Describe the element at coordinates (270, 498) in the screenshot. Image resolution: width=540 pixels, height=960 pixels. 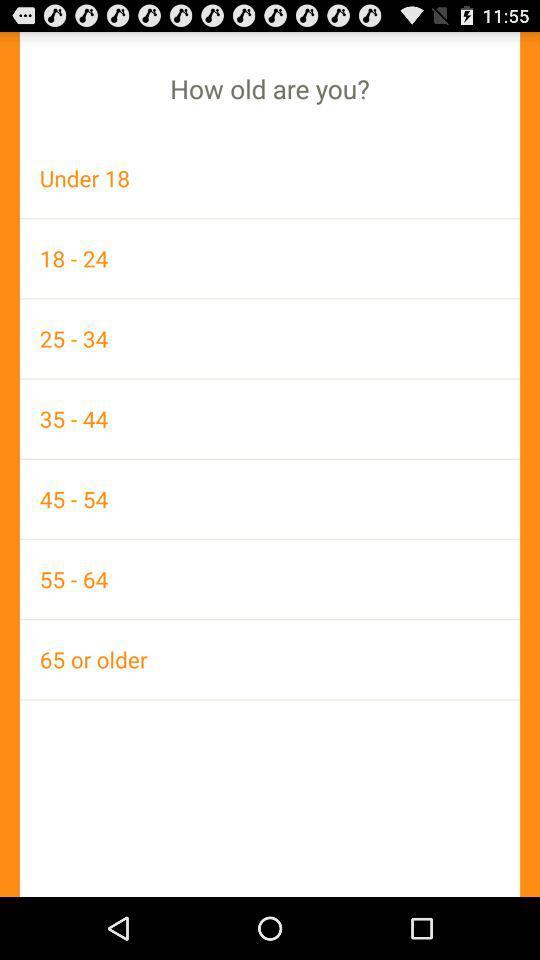
I see `45 - 54` at that location.